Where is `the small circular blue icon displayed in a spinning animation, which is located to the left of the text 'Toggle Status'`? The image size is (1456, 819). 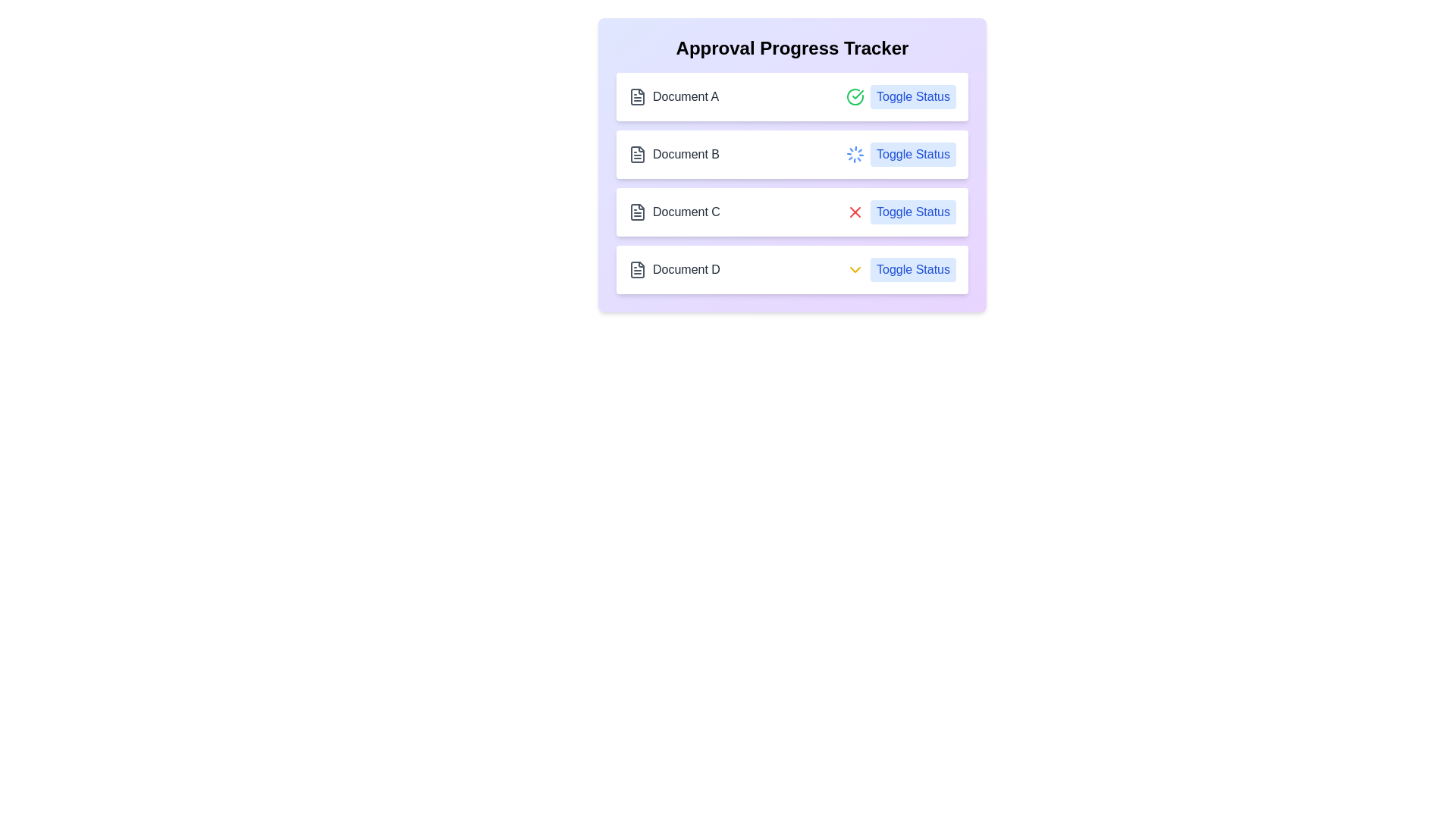 the small circular blue icon displayed in a spinning animation, which is located to the left of the text 'Toggle Status' is located at coordinates (855, 155).